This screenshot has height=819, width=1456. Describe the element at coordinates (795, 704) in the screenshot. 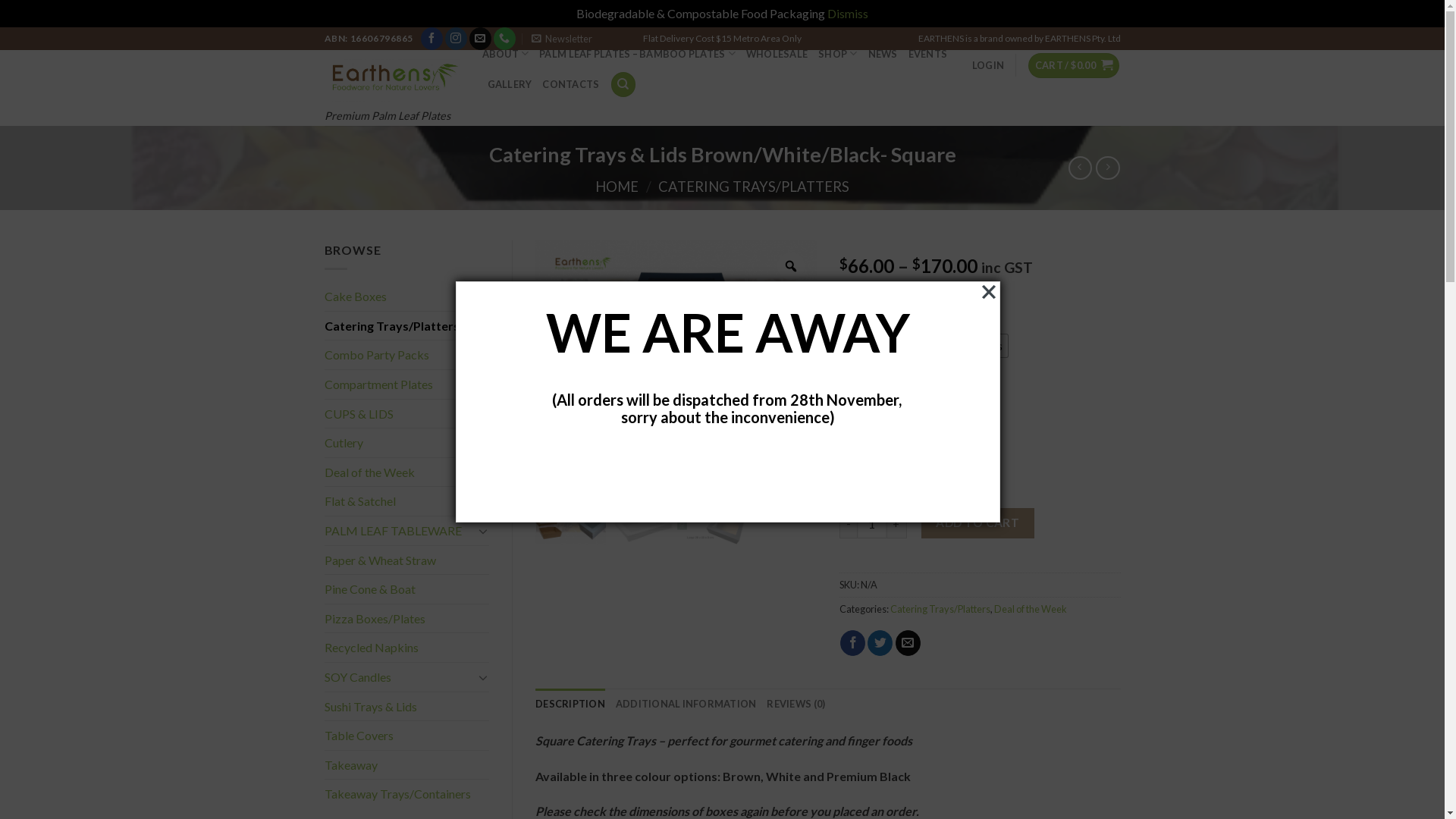

I see `'REVIEWS (0)'` at that location.